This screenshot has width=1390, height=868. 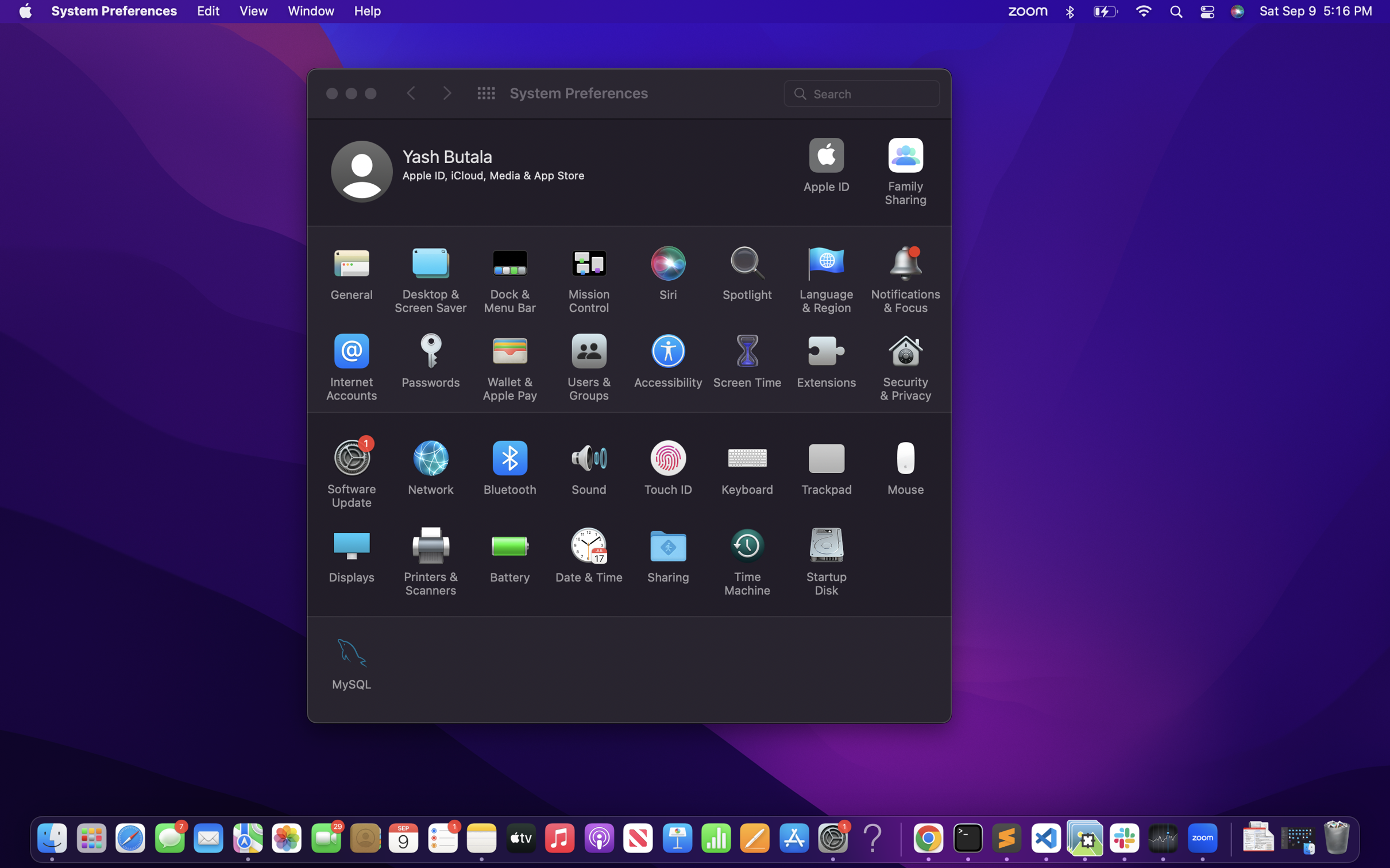 I want to click on keyboard configurations using search option, so click(x=863, y=92).